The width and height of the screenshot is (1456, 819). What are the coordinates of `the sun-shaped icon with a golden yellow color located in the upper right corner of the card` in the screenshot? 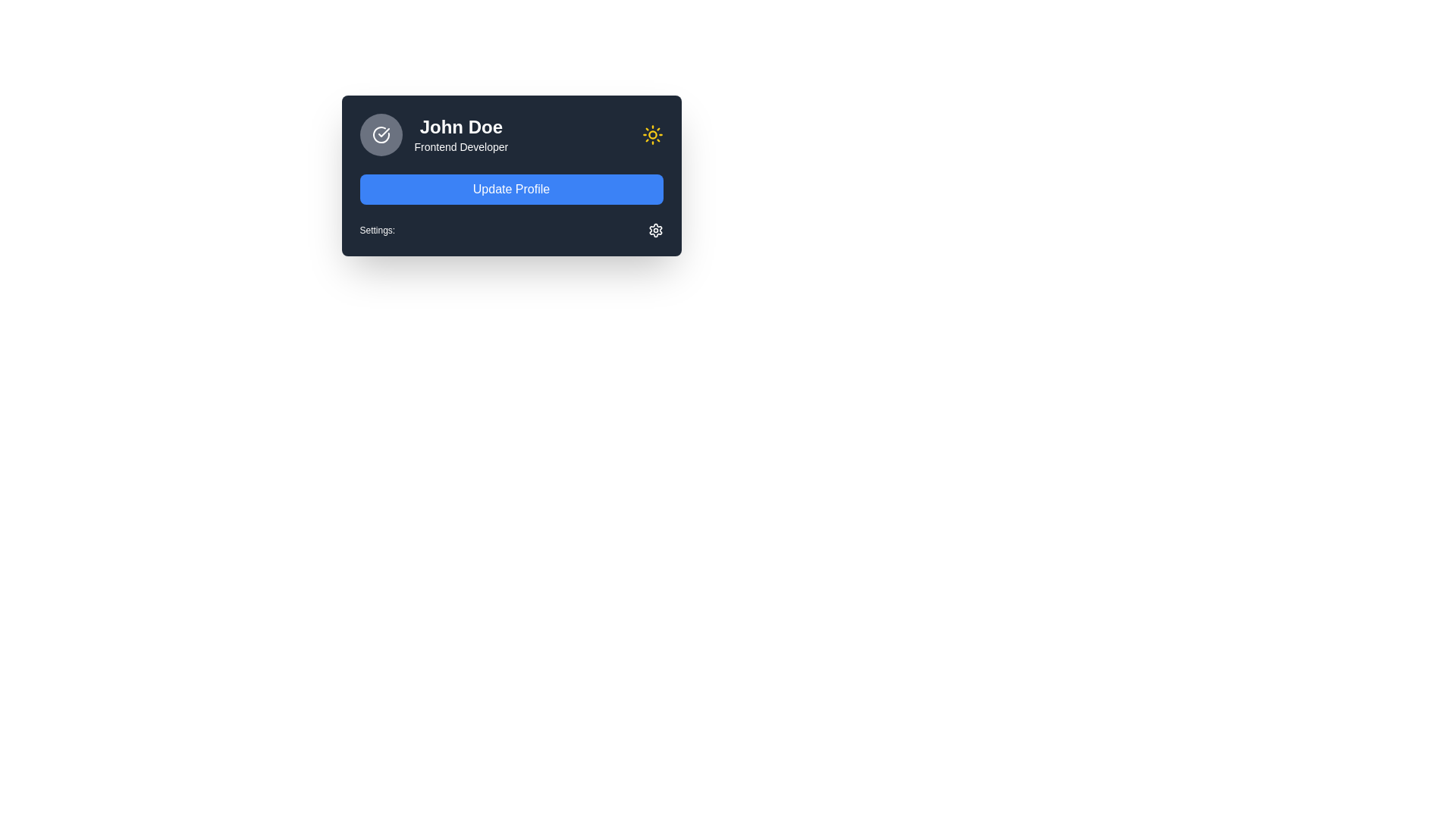 It's located at (652, 133).